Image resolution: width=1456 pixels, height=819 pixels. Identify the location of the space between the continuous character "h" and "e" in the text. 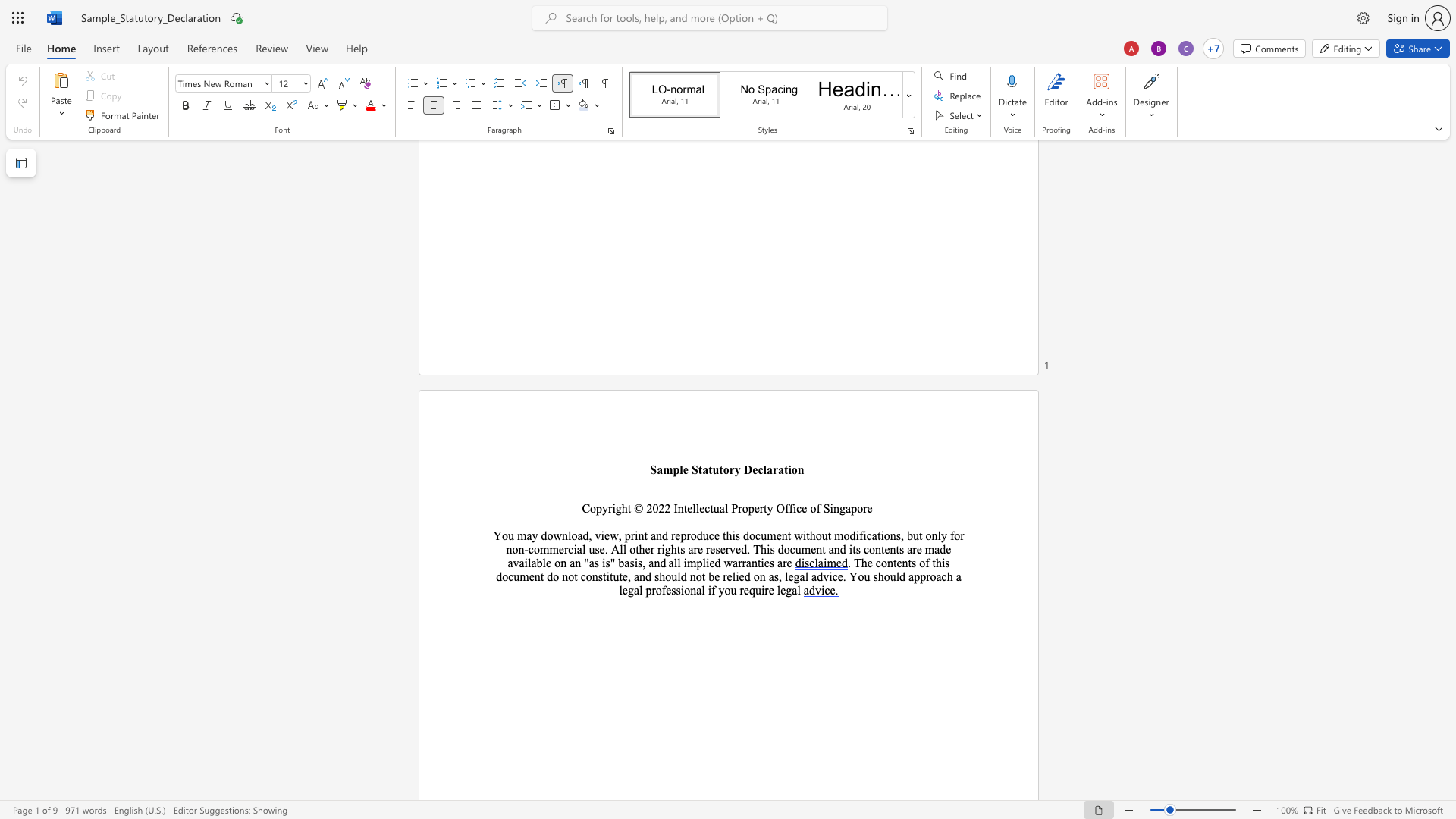
(867, 563).